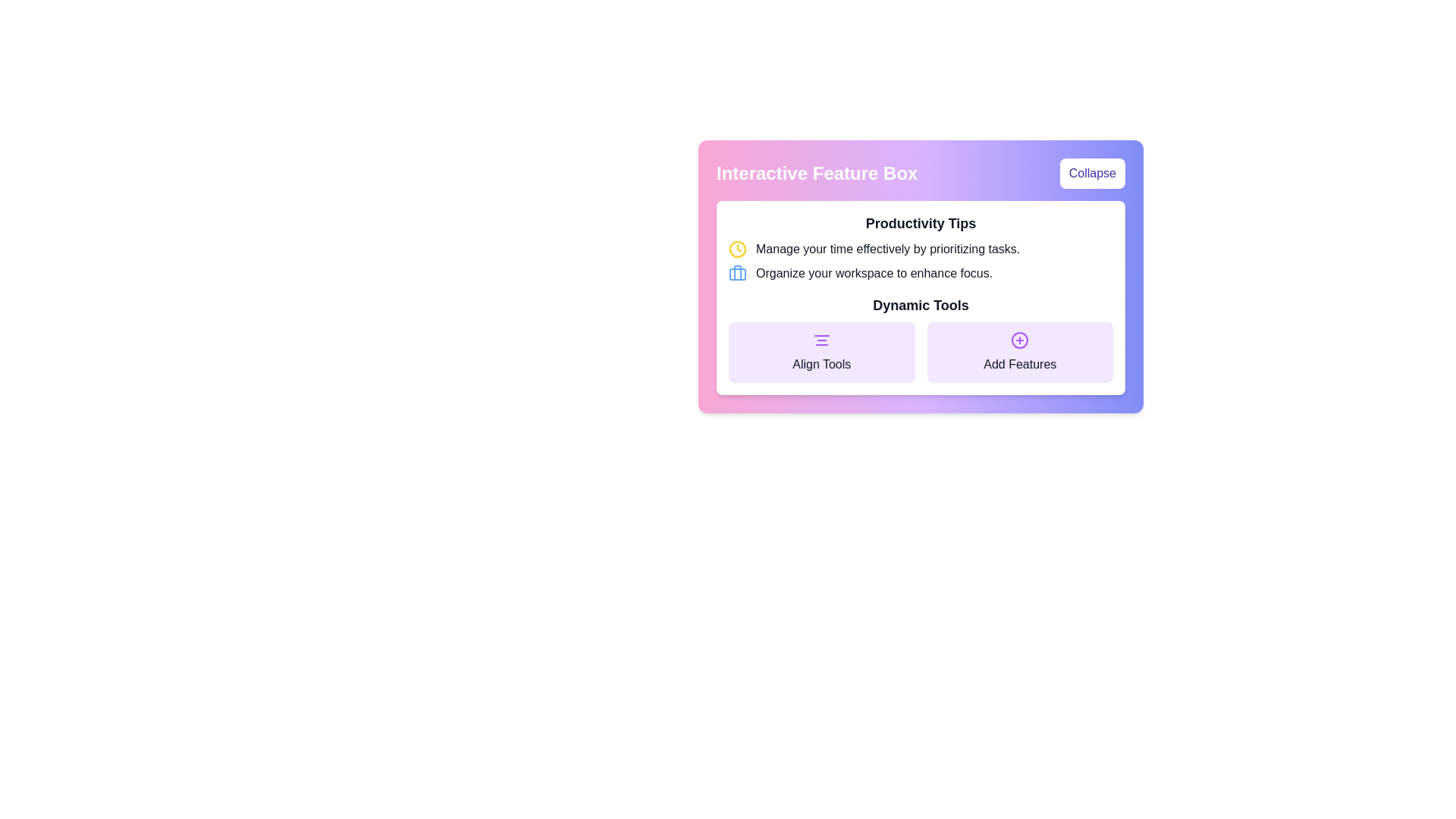 The height and width of the screenshot is (819, 1456). Describe the element at coordinates (1019, 339) in the screenshot. I see `the 'Add Features' icon with a plus symbol located on the right-hand side of the purple card in the Dynamic Tools section` at that location.